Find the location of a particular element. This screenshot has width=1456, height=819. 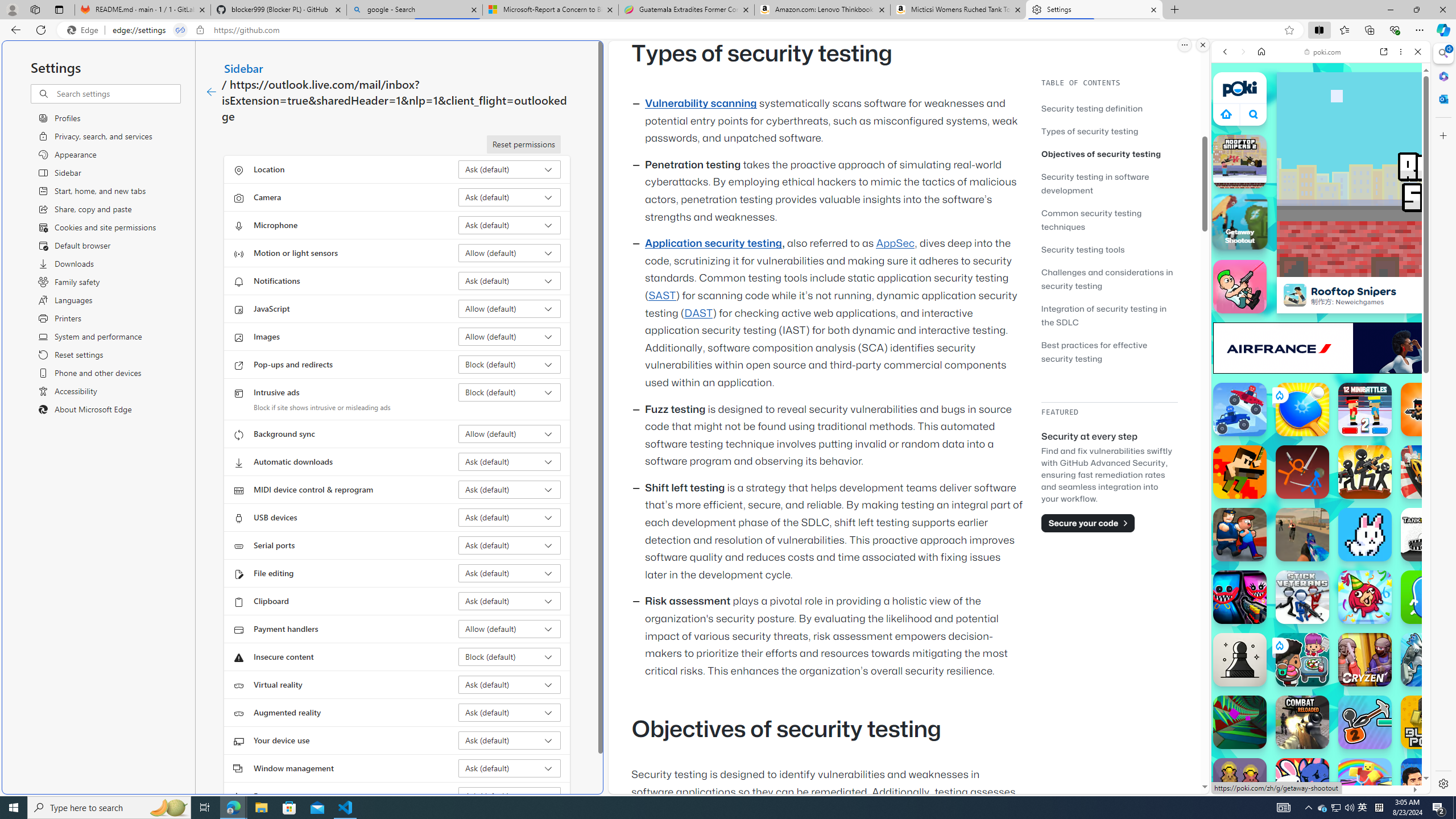

'Common security testing techniques' is located at coordinates (1108, 218).